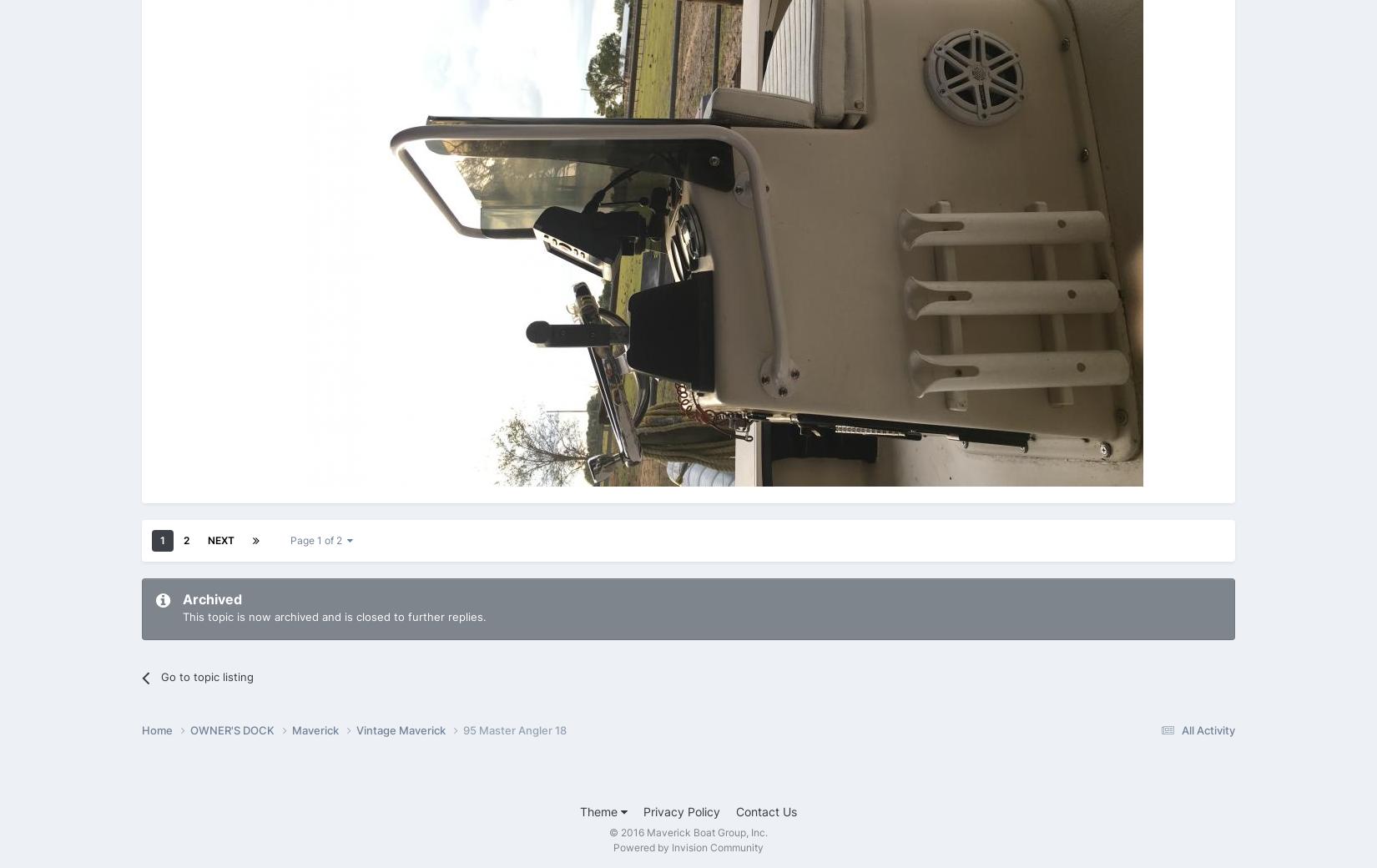  Describe the element at coordinates (163, 539) in the screenshot. I see `'1'` at that location.